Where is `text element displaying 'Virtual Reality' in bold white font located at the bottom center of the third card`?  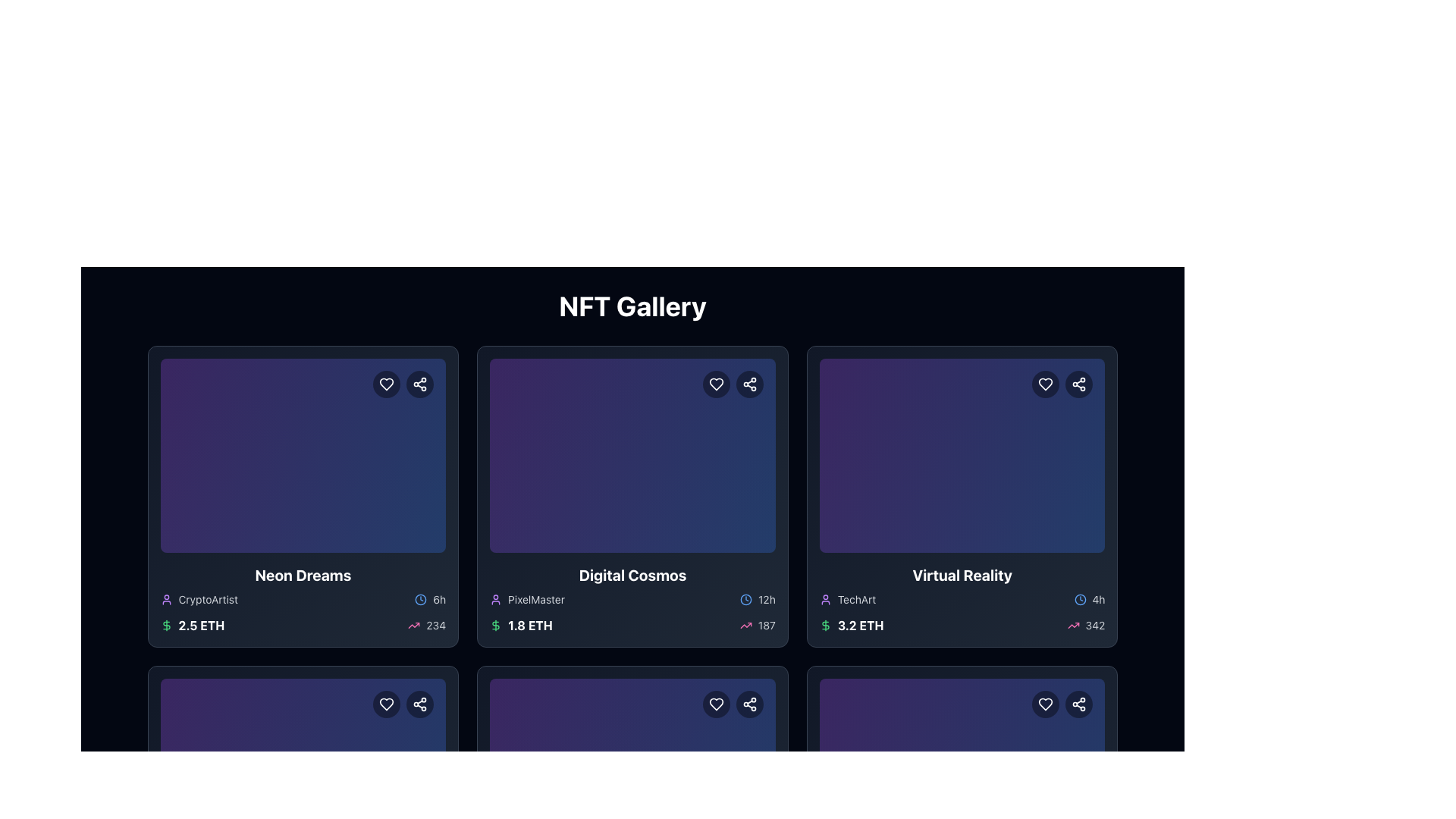
text element displaying 'Virtual Reality' in bold white font located at the bottom center of the third card is located at coordinates (962, 576).